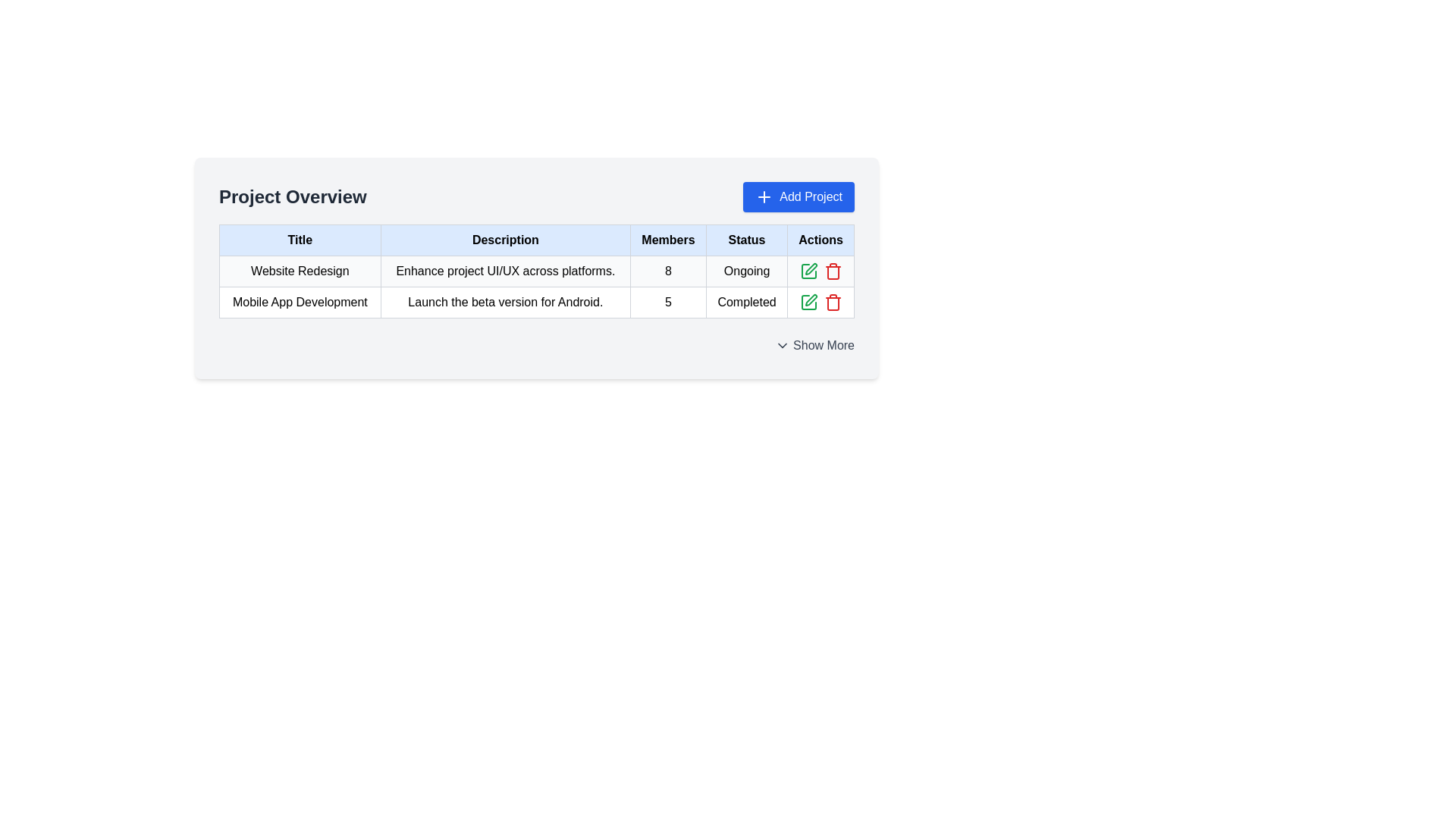  Describe the element at coordinates (832, 271) in the screenshot. I see `the delete icon button associated with the 'Mobile App Development' project` at that location.